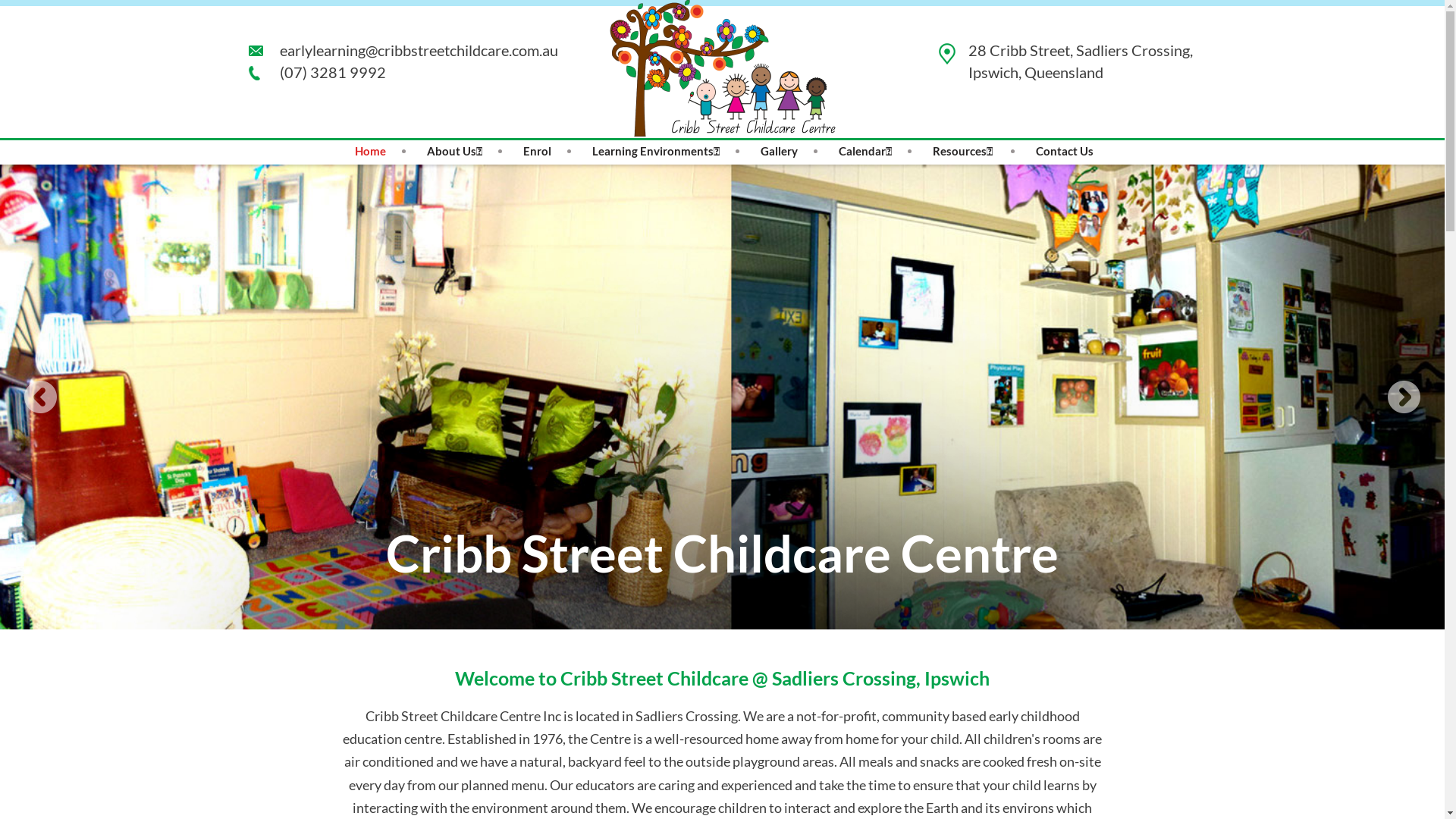 The width and height of the screenshot is (1456, 819). Describe the element at coordinates (370, 151) in the screenshot. I see `'Home'` at that location.